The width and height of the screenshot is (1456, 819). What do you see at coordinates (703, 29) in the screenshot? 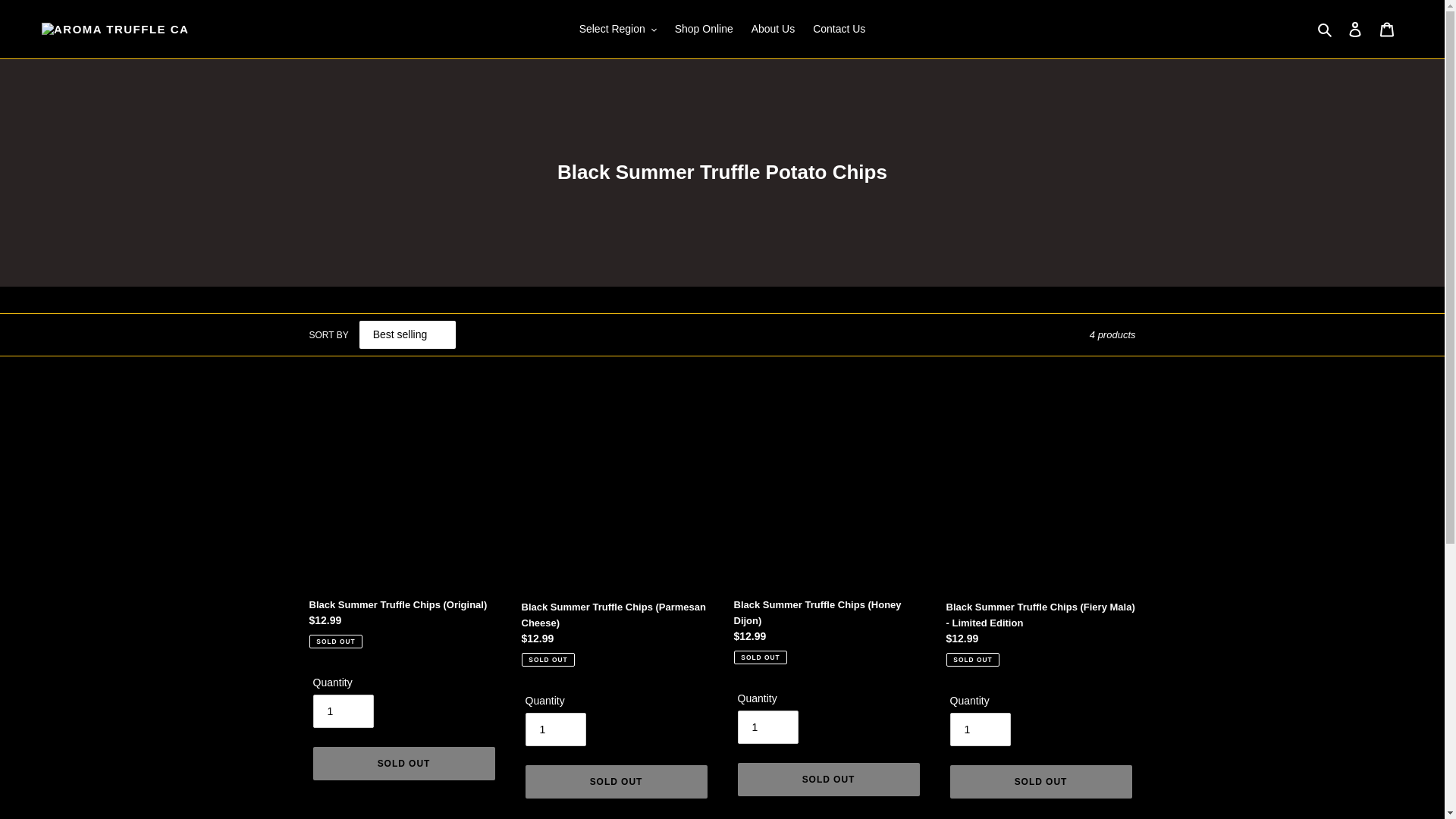
I see `'Shop Online'` at bounding box center [703, 29].